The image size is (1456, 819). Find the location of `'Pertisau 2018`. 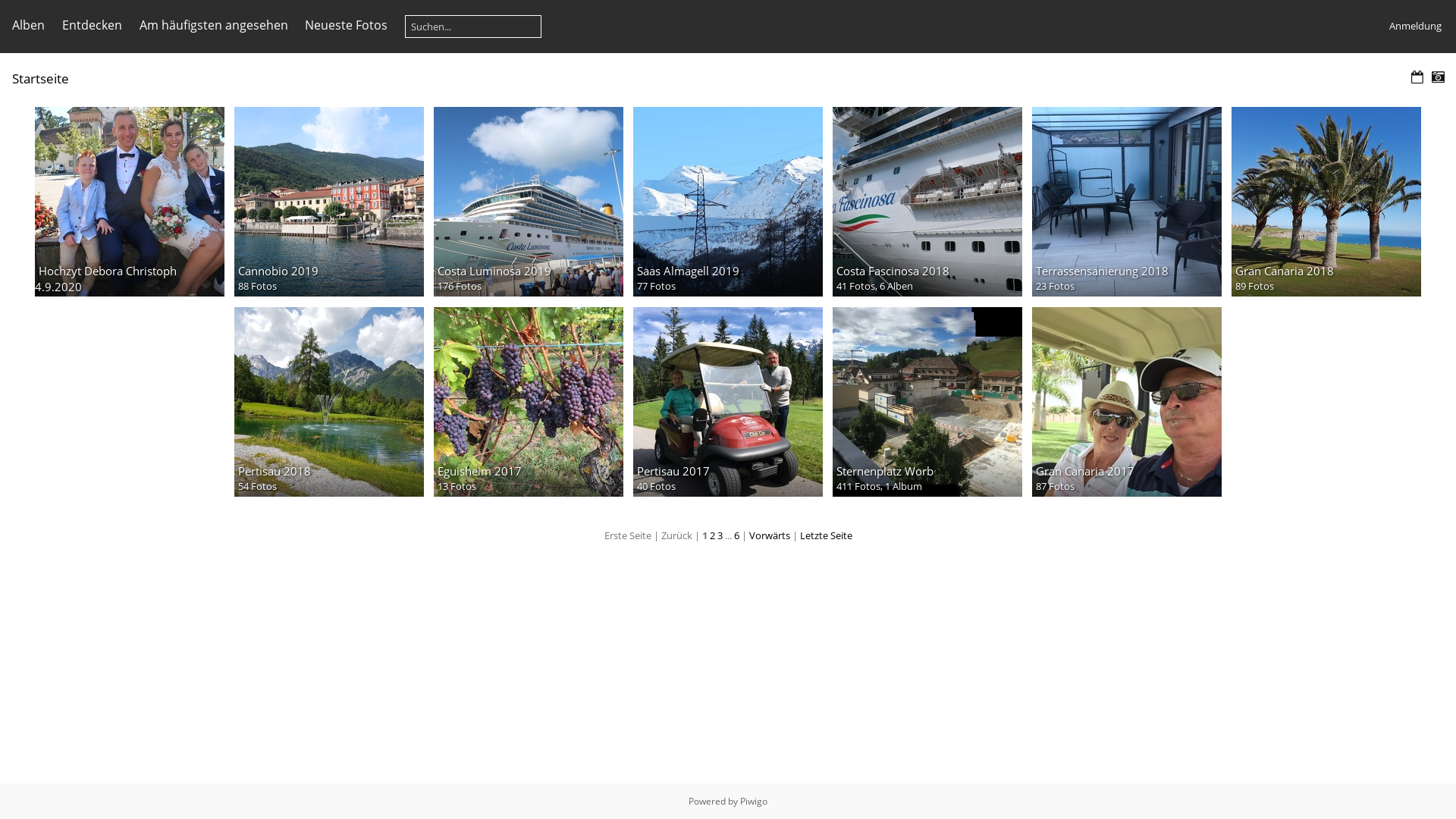

'Pertisau 2018 is located at coordinates (328, 400).